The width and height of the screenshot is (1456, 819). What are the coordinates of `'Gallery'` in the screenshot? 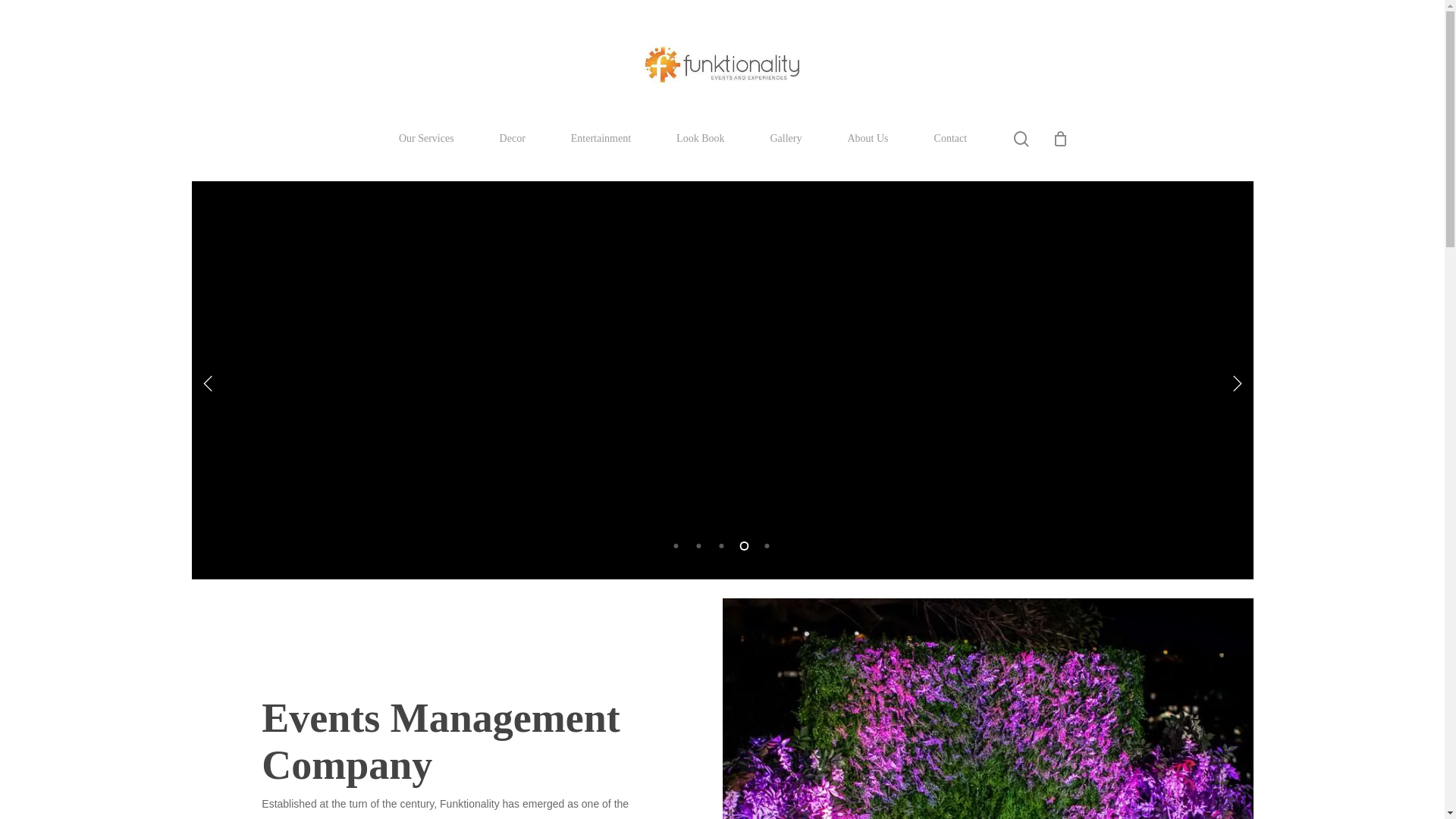 It's located at (770, 138).